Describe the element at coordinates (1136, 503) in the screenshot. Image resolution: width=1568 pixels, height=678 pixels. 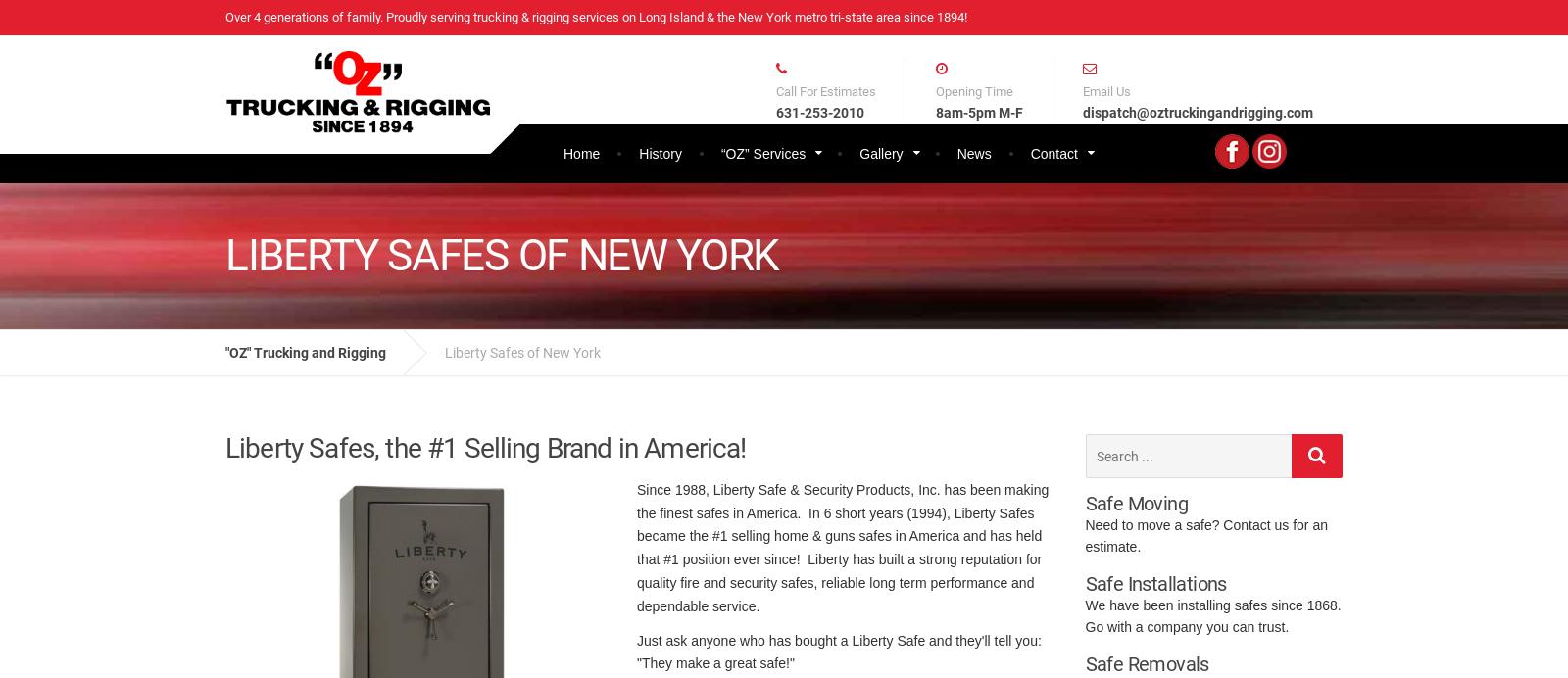
I see `'Safe Moving'` at that location.